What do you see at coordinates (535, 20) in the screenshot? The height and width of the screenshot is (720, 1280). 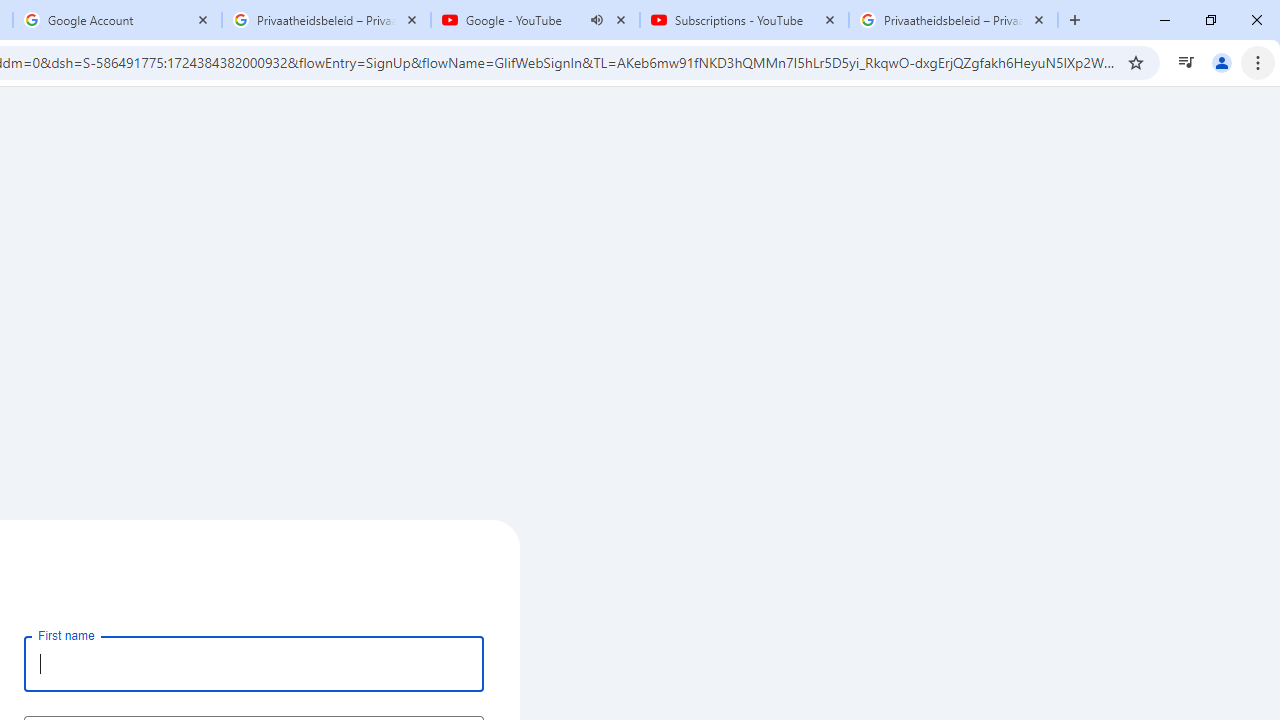 I see `'Google - YouTube - Audio playing'` at bounding box center [535, 20].